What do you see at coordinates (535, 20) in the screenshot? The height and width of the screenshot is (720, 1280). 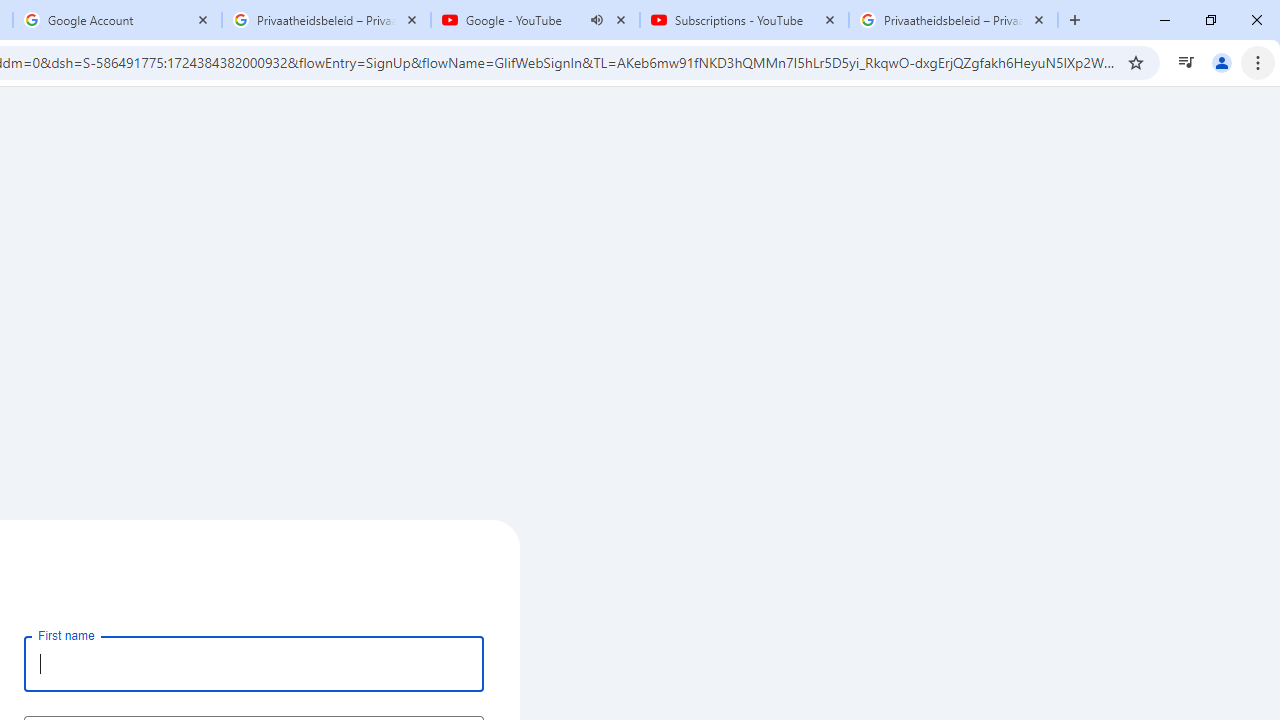 I see `'Google - YouTube - Audio playing'` at bounding box center [535, 20].